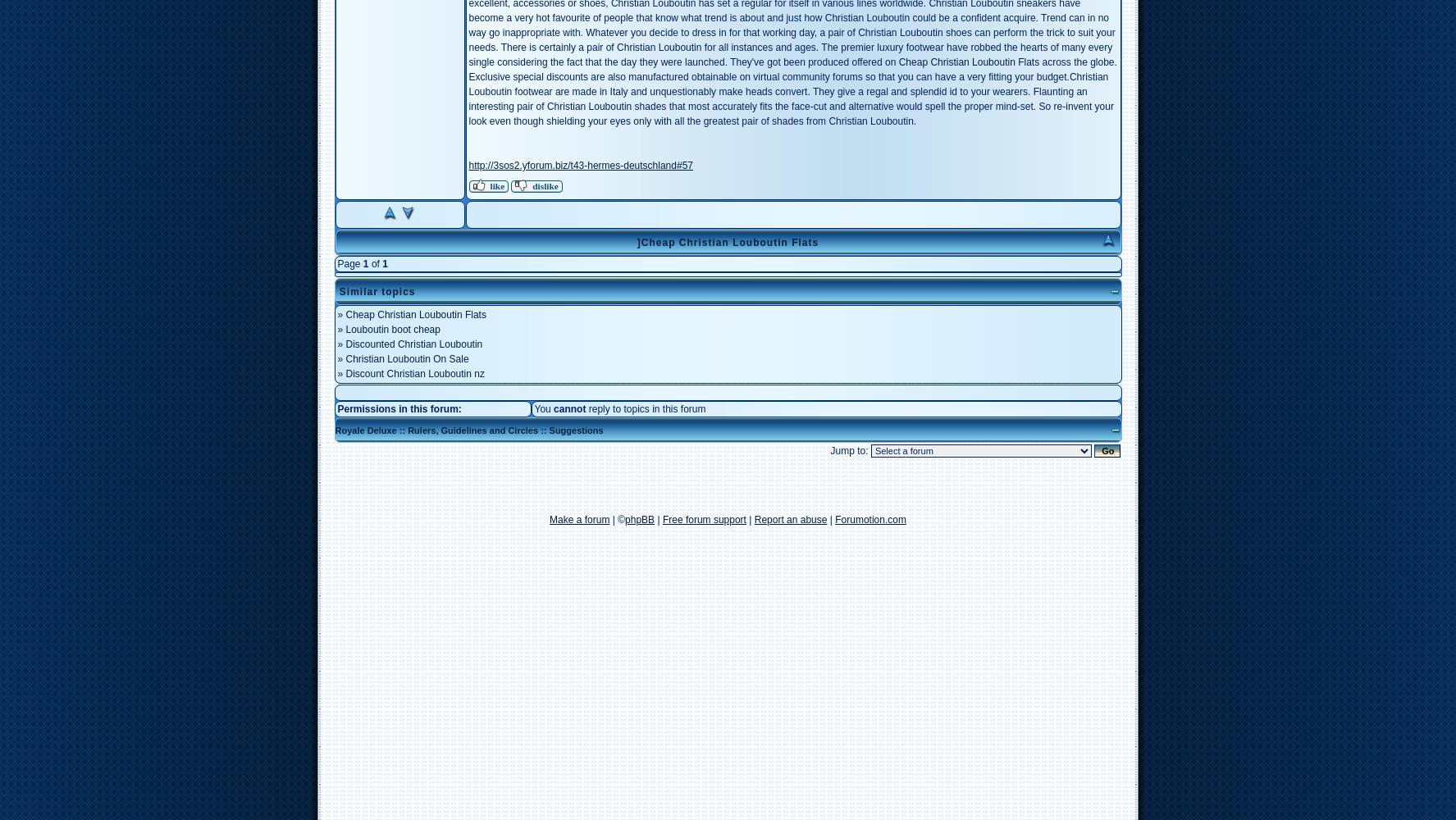  What do you see at coordinates (405, 359) in the screenshot?
I see `'Christian Louboutin On Sale'` at bounding box center [405, 359].